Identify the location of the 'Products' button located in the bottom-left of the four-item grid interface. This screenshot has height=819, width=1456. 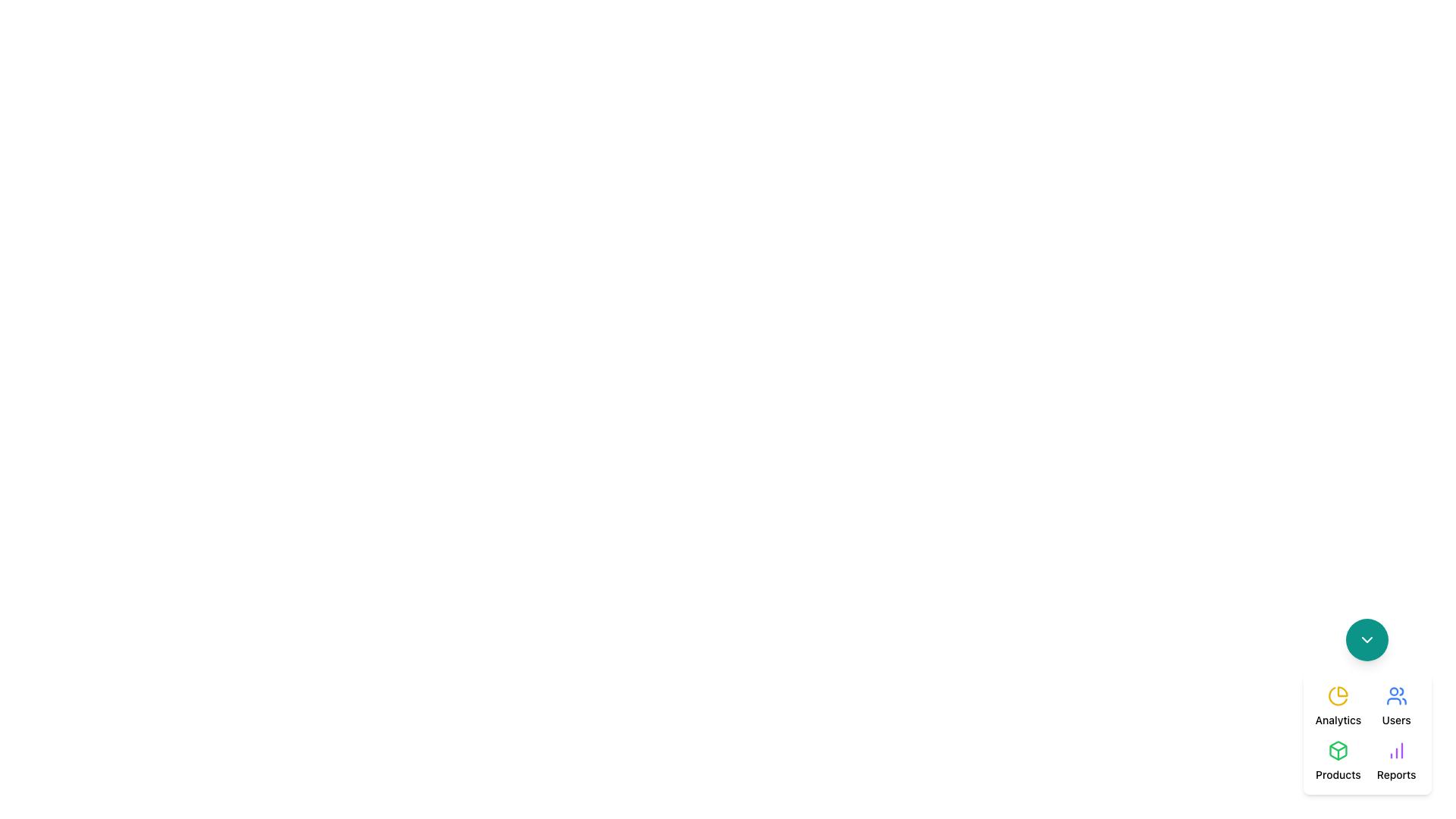
(1338, 761).